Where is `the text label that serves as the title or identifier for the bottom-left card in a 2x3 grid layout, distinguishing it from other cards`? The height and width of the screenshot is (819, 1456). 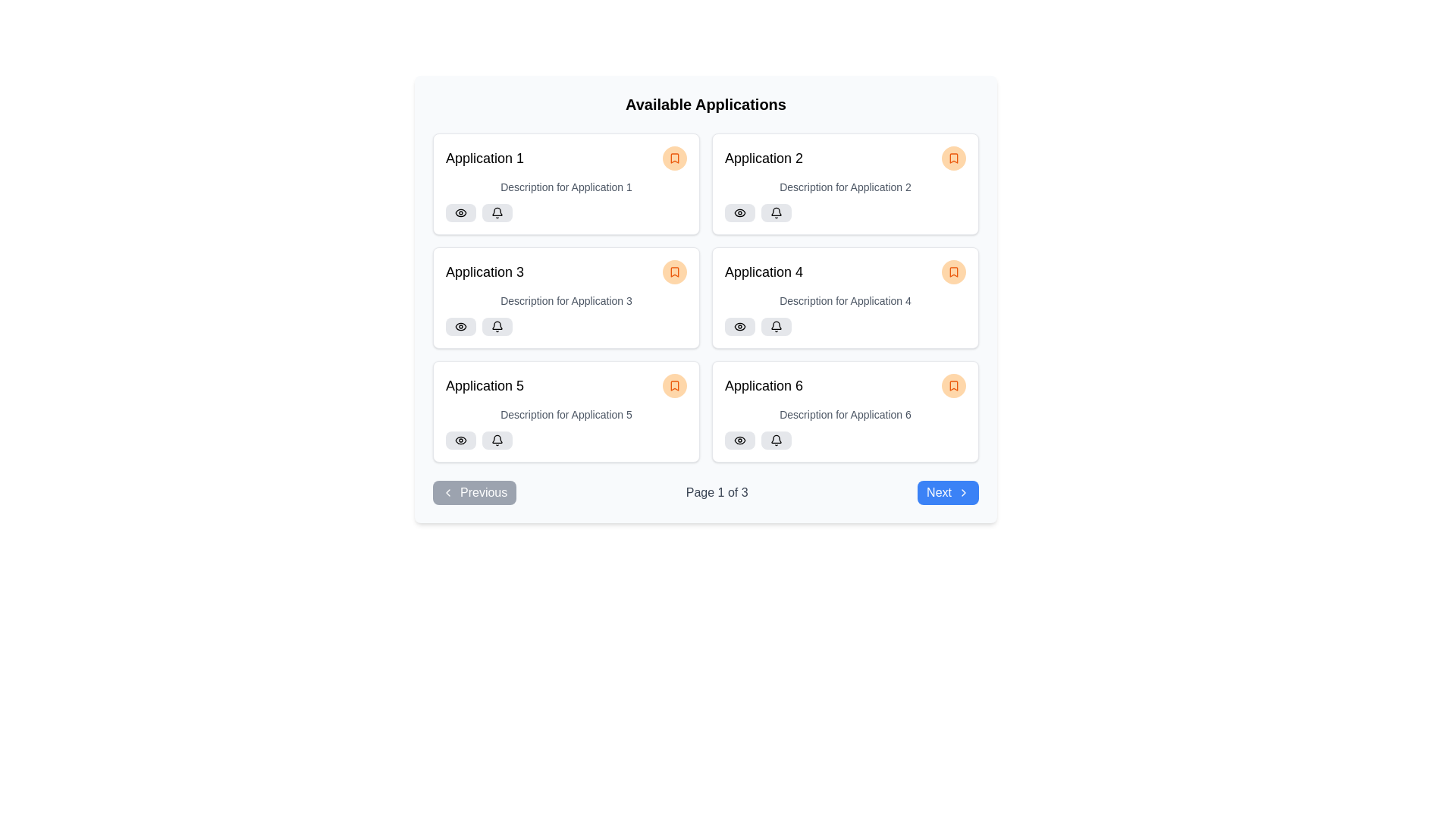
the text label that serves as the title or identifier for the bottom-left card in a 2x3 grid layout, distinguishing it from other cards is located at coordinates (484, 385).